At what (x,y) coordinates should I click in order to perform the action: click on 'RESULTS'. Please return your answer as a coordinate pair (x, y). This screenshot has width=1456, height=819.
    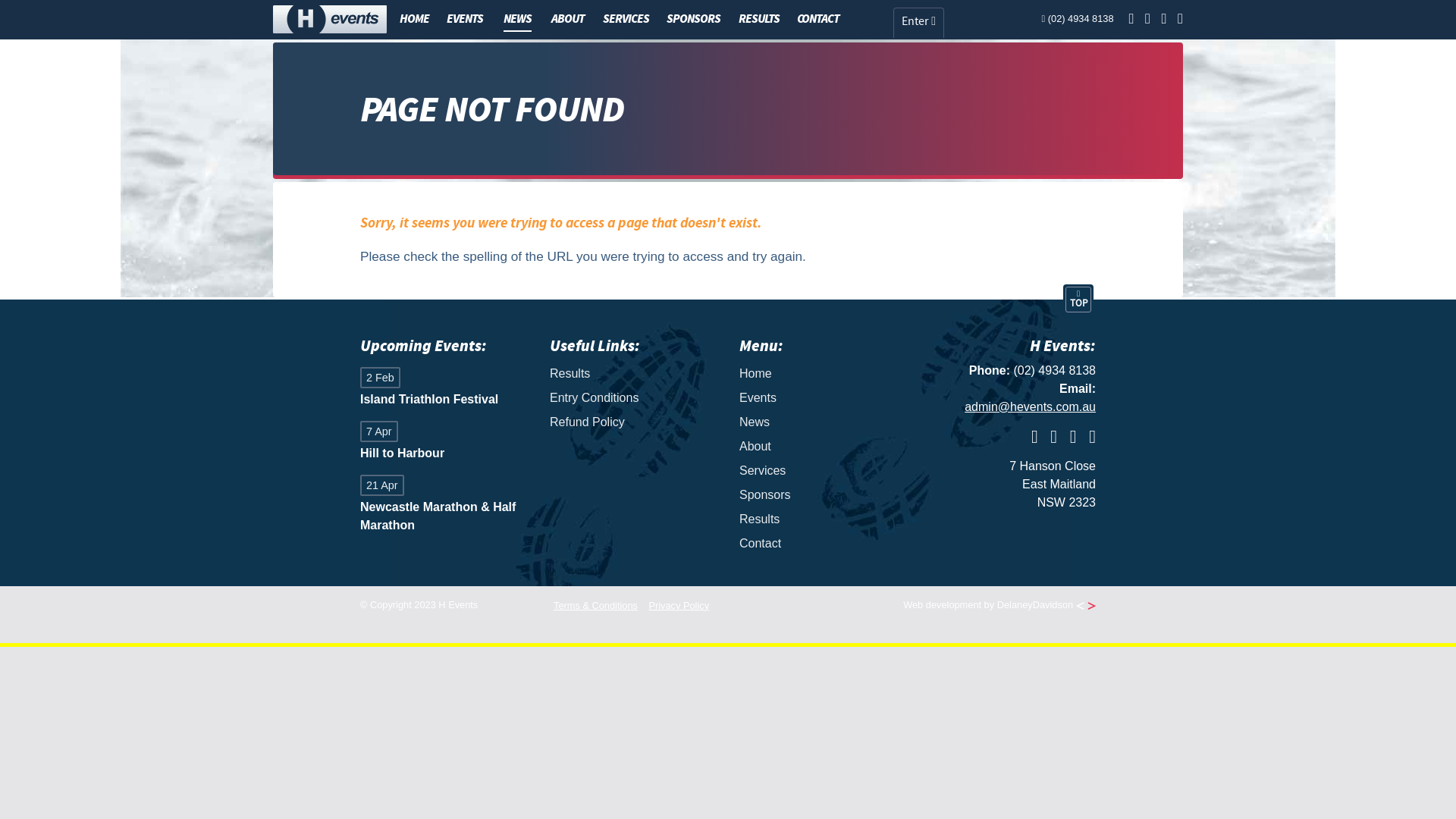
    Looking at the image, I should click on (733, 18).